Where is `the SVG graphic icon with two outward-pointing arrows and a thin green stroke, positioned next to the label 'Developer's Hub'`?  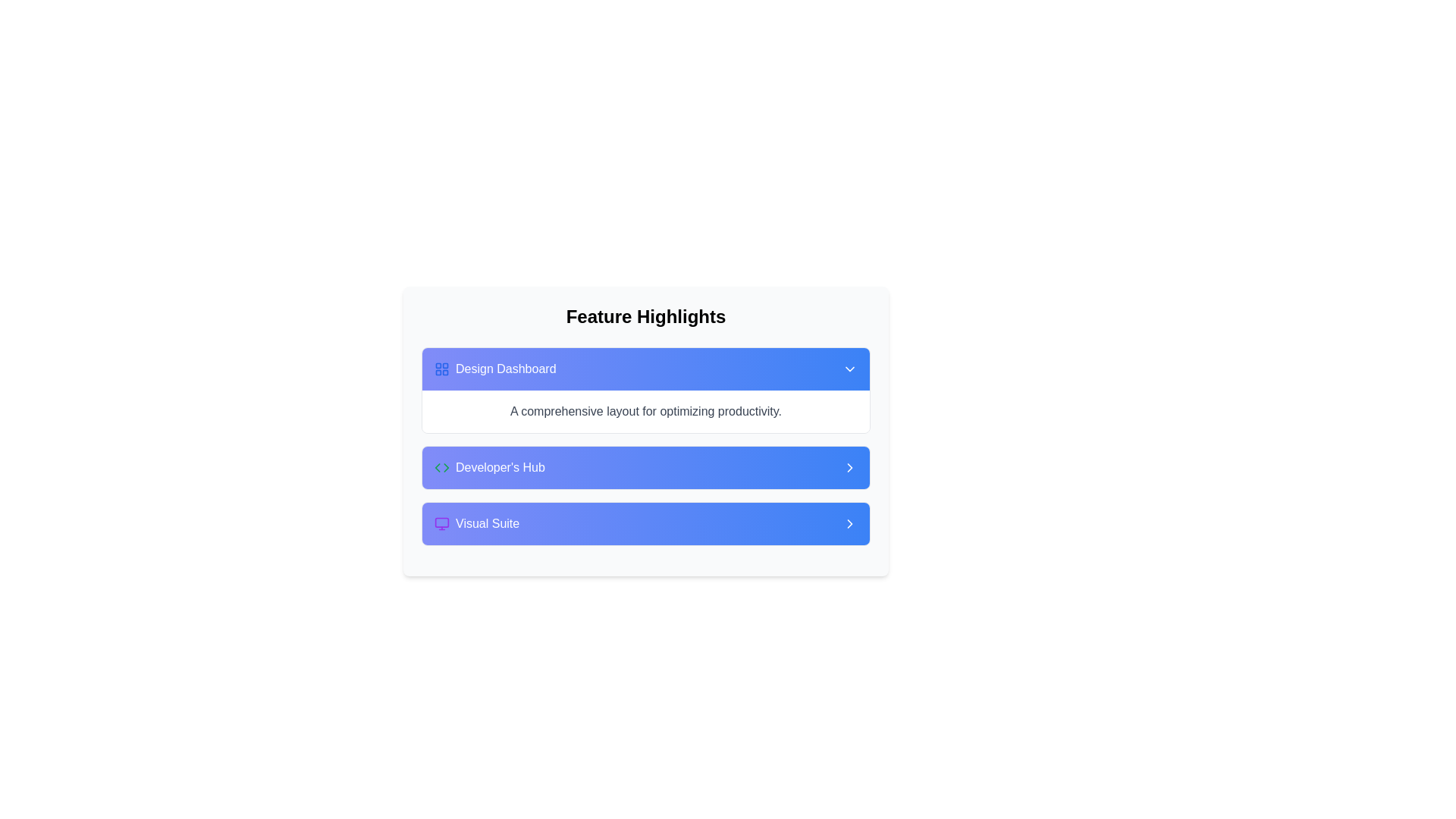 the SVG graphic icon with two outward-pointing arrows and a thin green stroke, positioned next to the label 'Developer's Hub' is located at coordinates (441, 467).